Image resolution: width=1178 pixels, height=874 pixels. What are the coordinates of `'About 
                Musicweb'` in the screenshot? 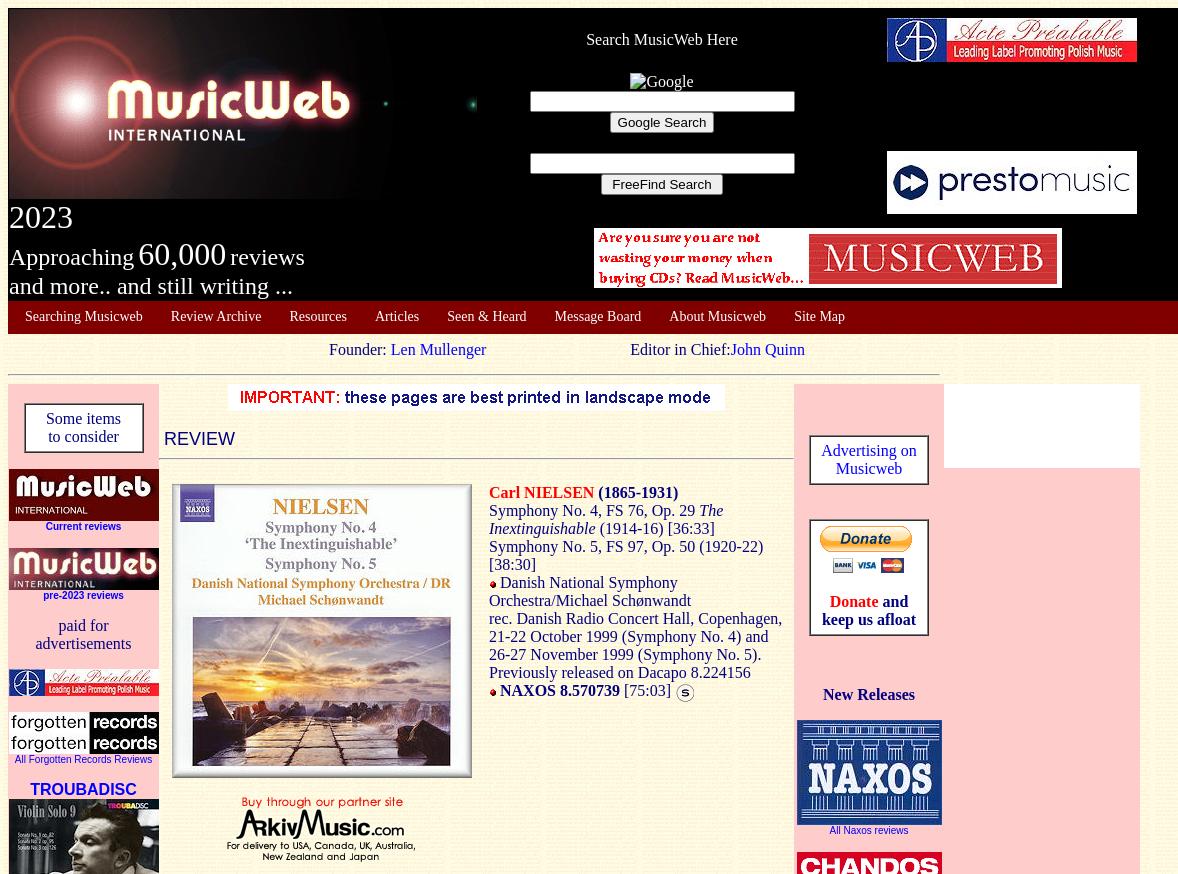 It's located at (72, 341).